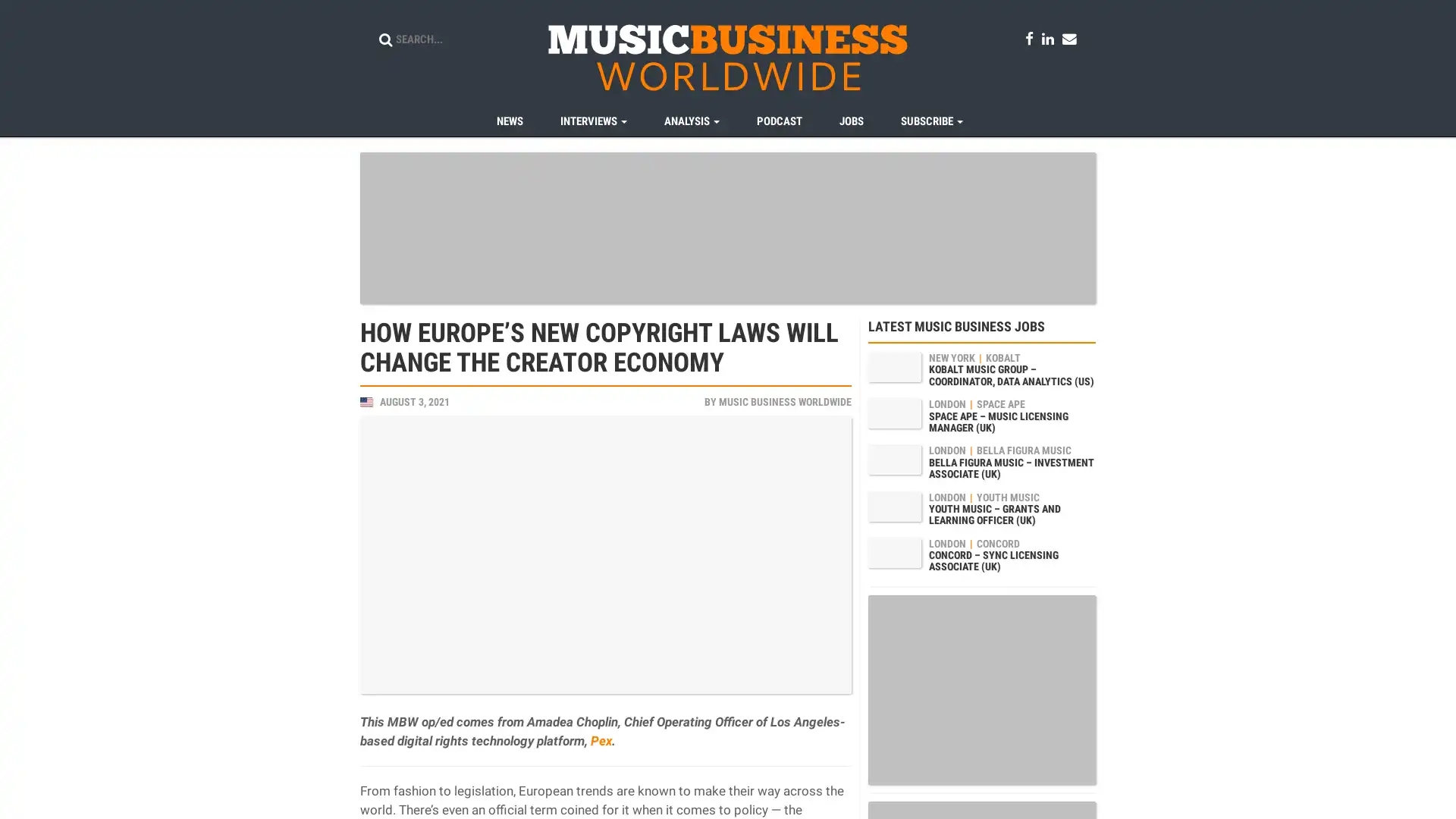 The width and height of the screenshot is (1456, 819). What do you see at coordinates (772, 476) in the screenshot?
I see `CLOSE` at bounding box center [772, 476].